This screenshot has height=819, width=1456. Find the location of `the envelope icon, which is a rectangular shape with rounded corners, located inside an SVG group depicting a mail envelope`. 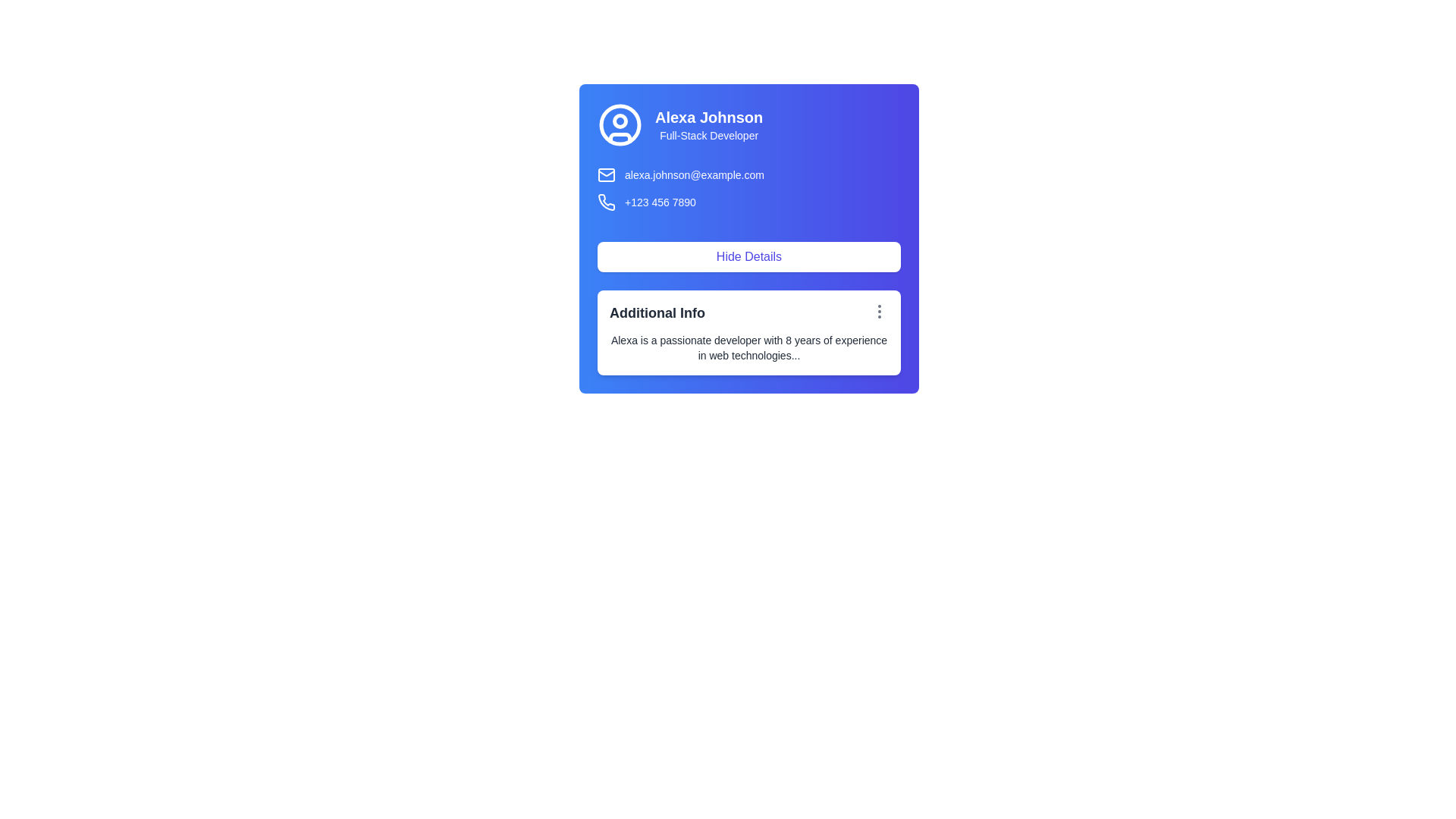

the envelope icon, which is a rectangular shape with rounded corners, located inside an SVG group depicting a mail envelope is located at coordinates (607, 174).